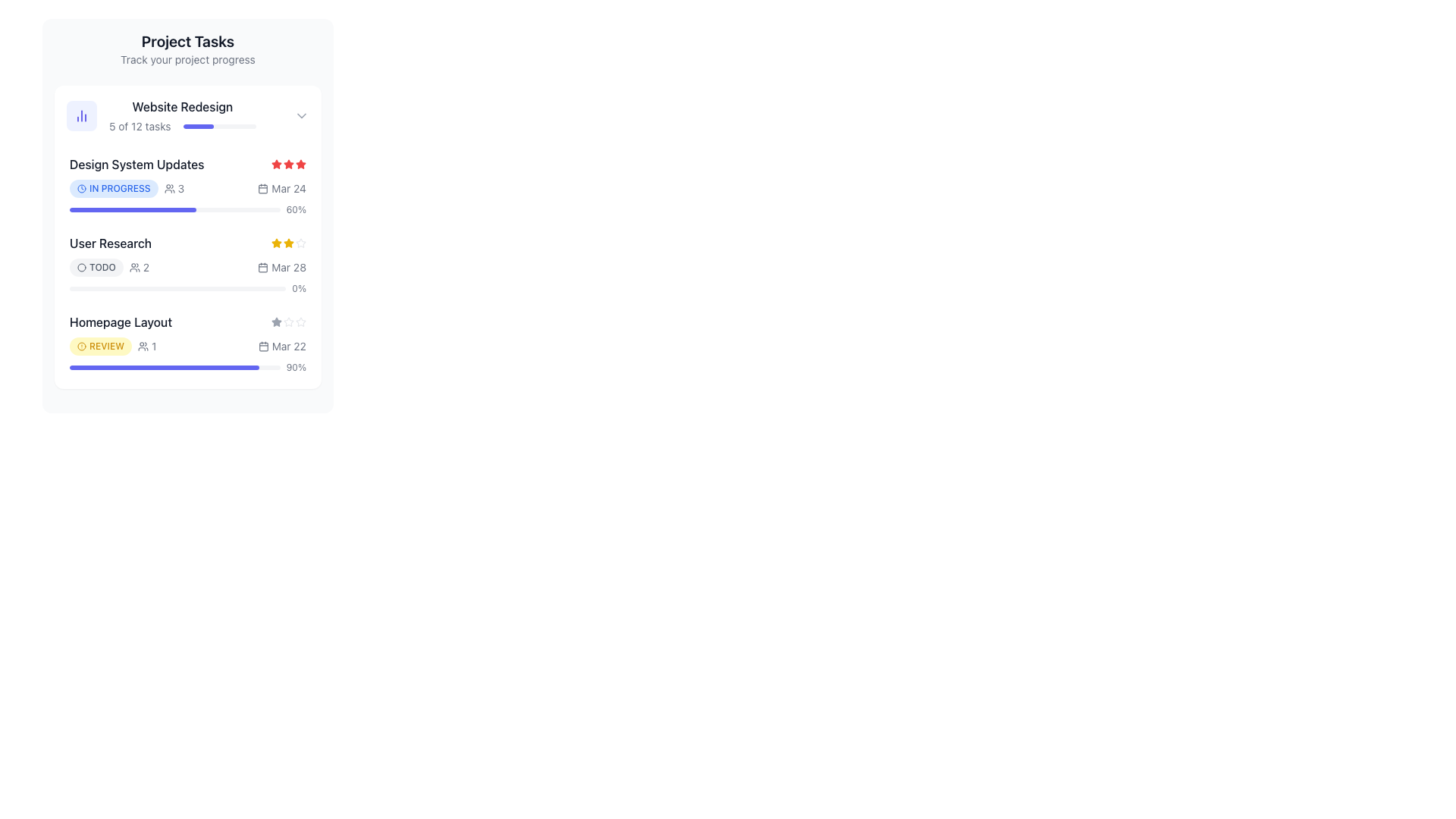  I want to click on the Text label indicating the completion percentage of the 'Design System Updates' task card, located at the right end of the associated progress bar, so click(296, 210).